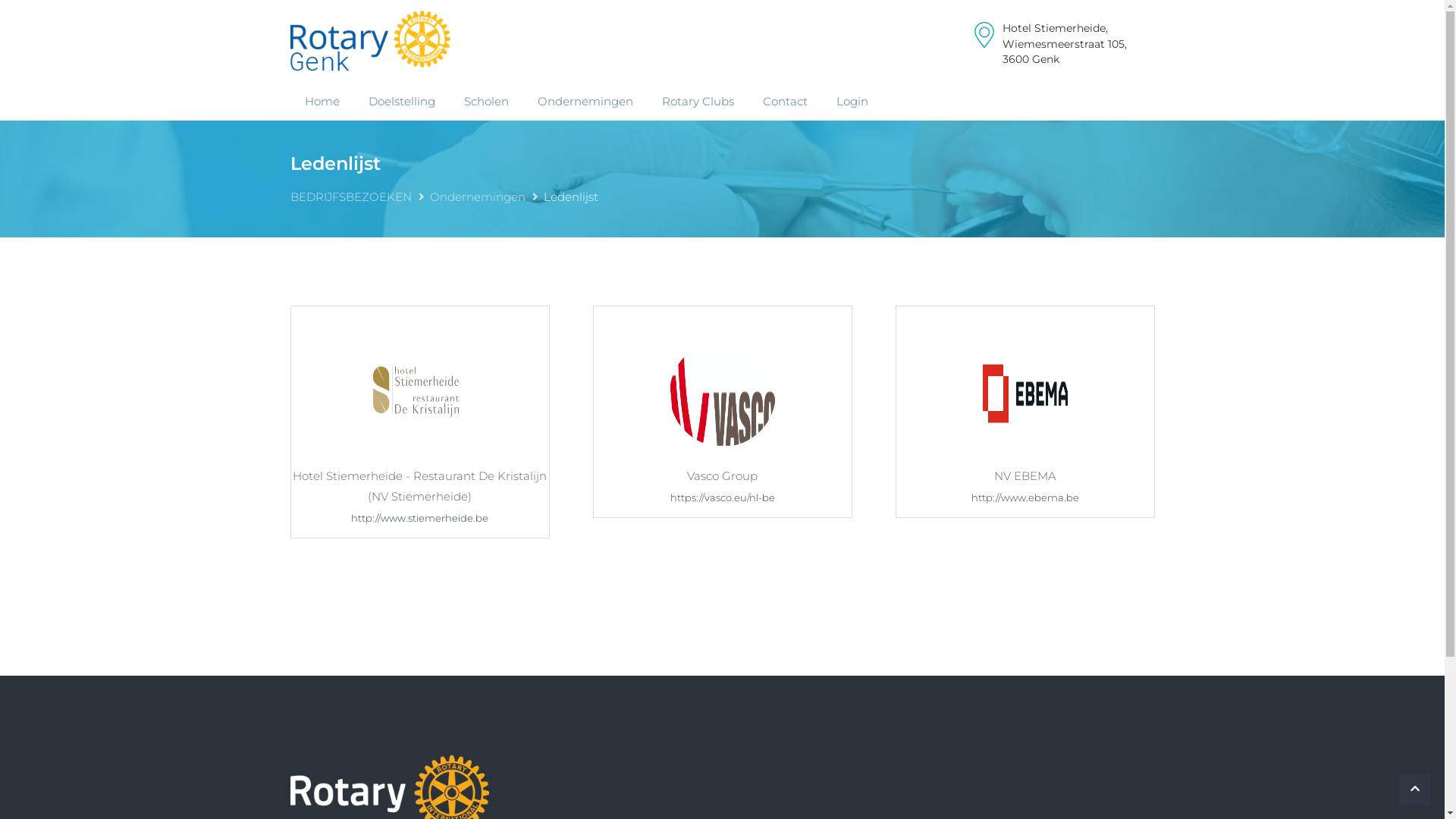  Describe the element at coordinates (447, 101) in the screenshot. I see `'Scholen'` at that location.